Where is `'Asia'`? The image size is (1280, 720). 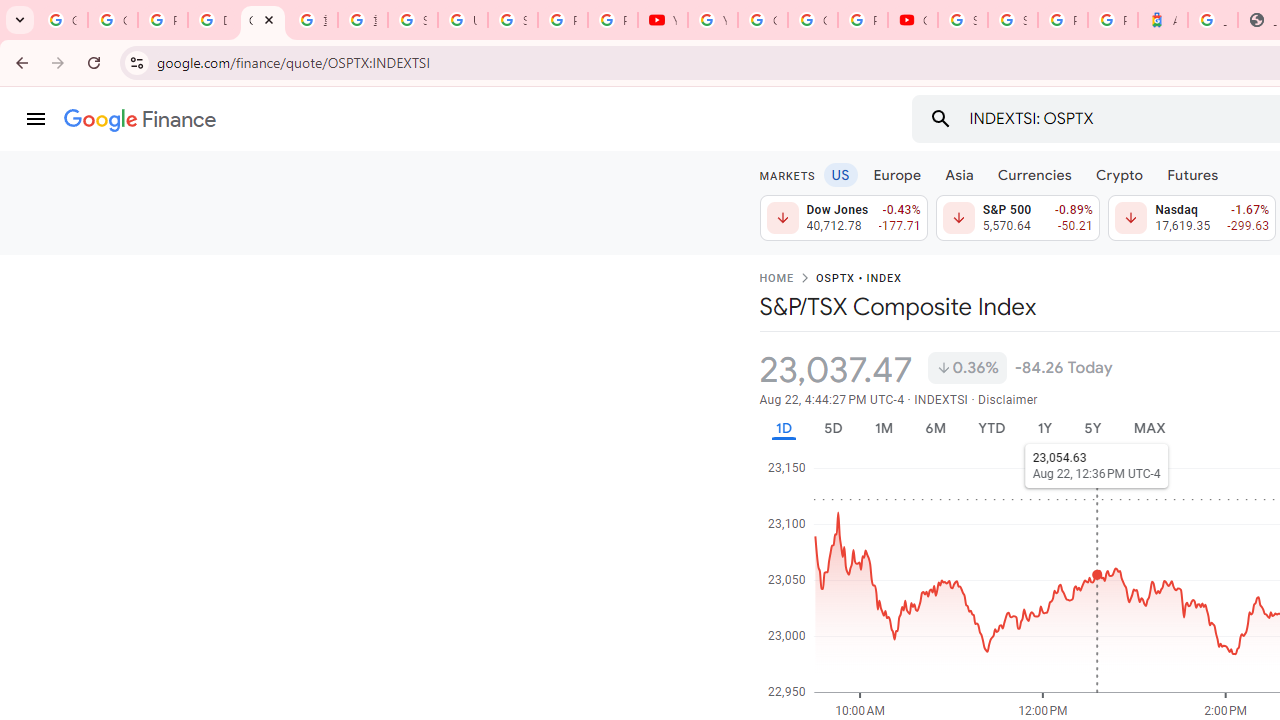 'Asia' is located at coordinates (958, 173).